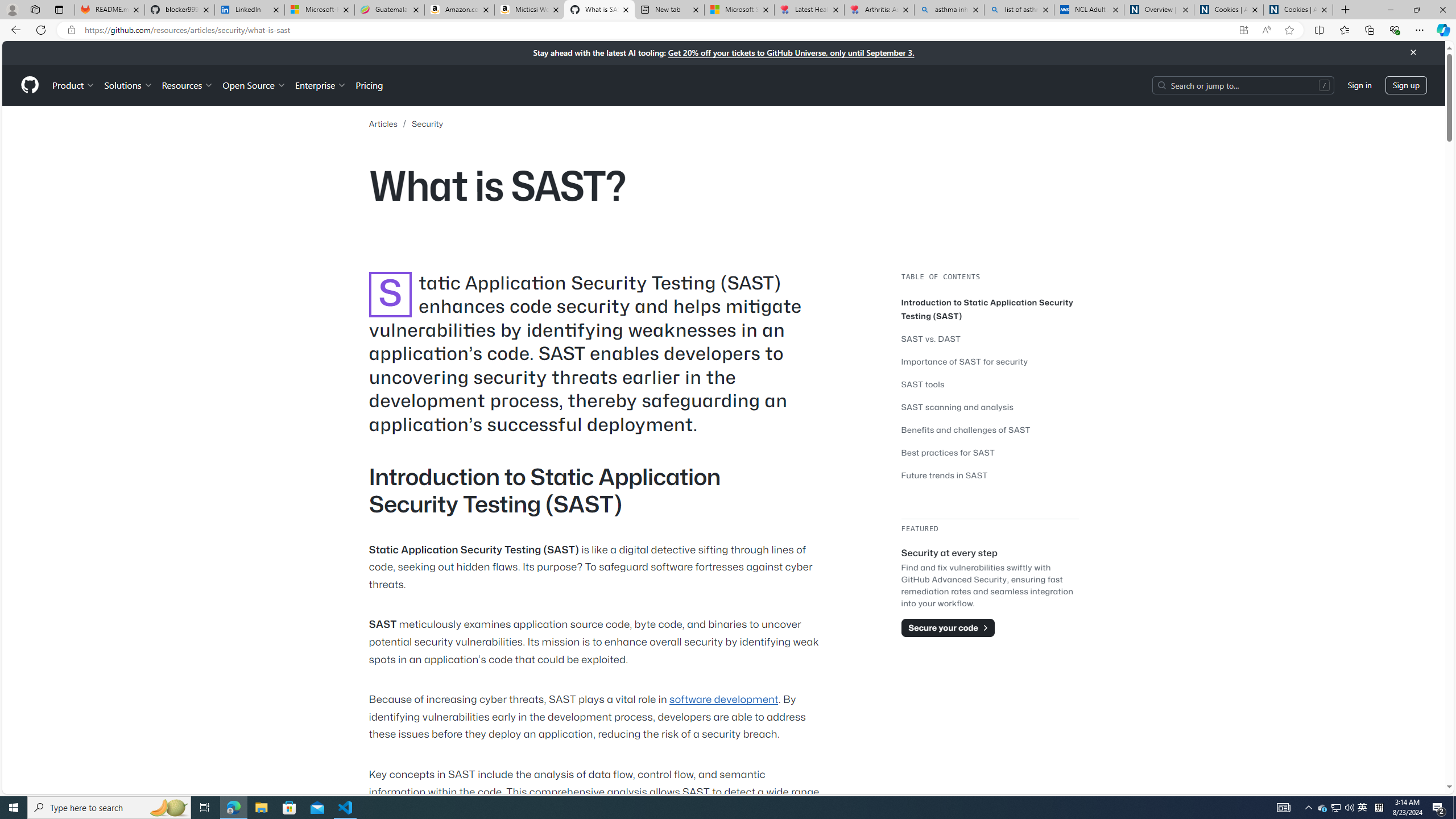 This screenshot has height=819, width=1456. What do you see at coordinates (382, 124) in the screenshot?
I see `'Articles'` at bounding box center [382, 124].